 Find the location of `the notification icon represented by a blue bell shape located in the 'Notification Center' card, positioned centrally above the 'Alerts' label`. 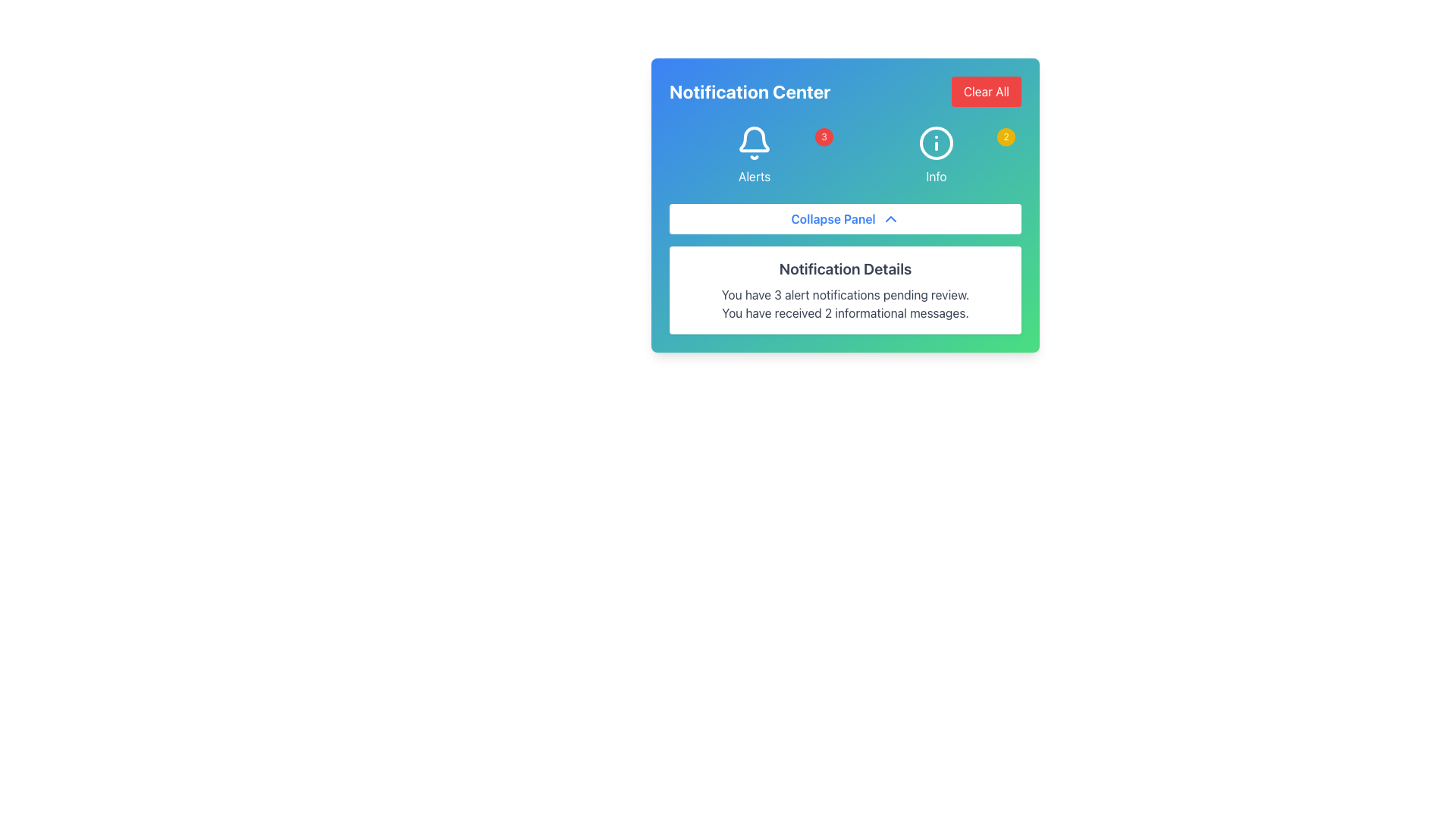

the notification icon represented by a blue bell shape located in the 'Notification Center' card, positioned centrally above the 'Alerts' label is located at coordinates (754, 140).